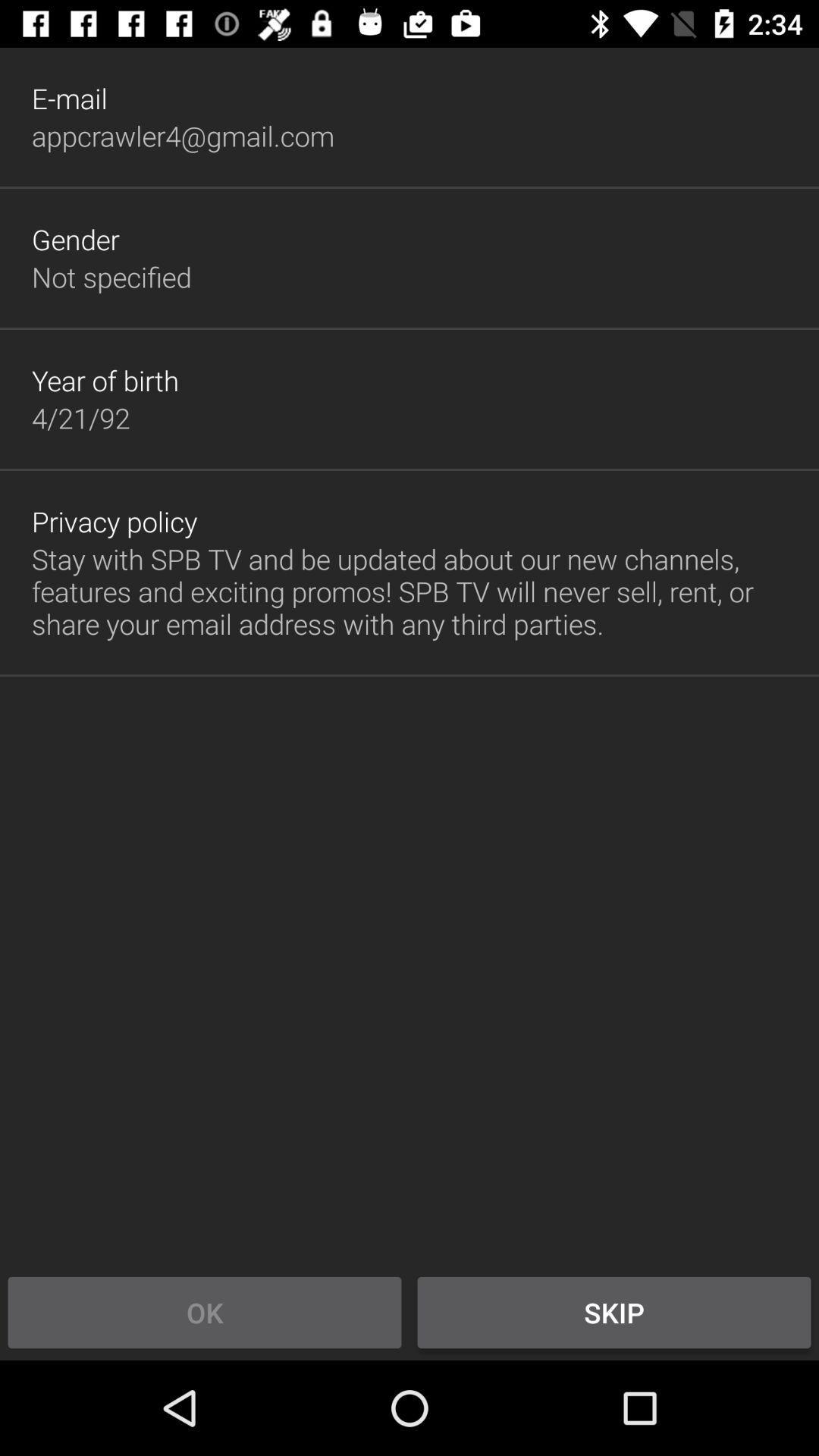  Describe the element at coordinates (69, 97) in the screenshot. I see `e-mail item` at that location.